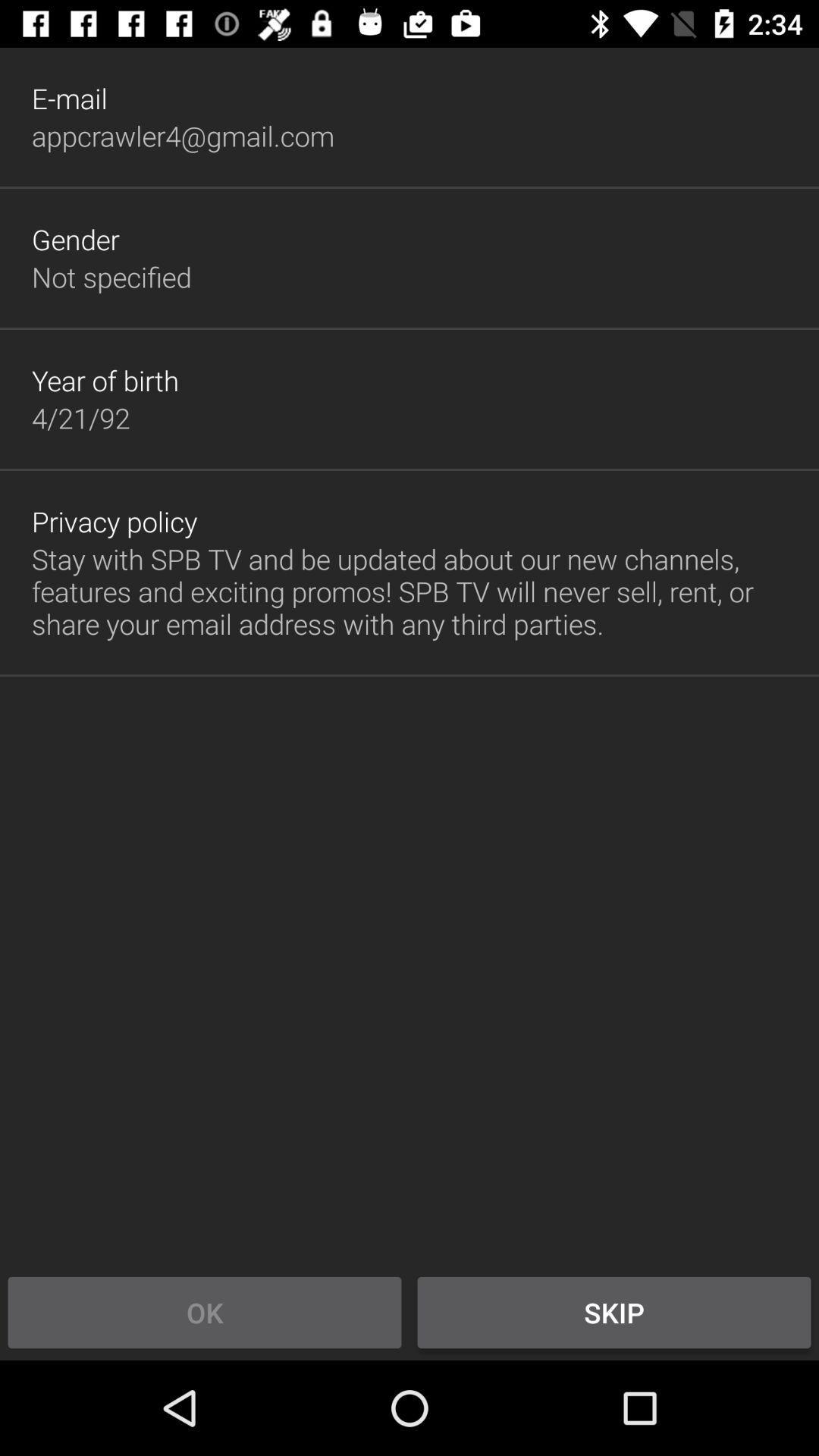  Describe the element at coordinates (69, 97) in the screenshot. I see `e-mail item` at that location.